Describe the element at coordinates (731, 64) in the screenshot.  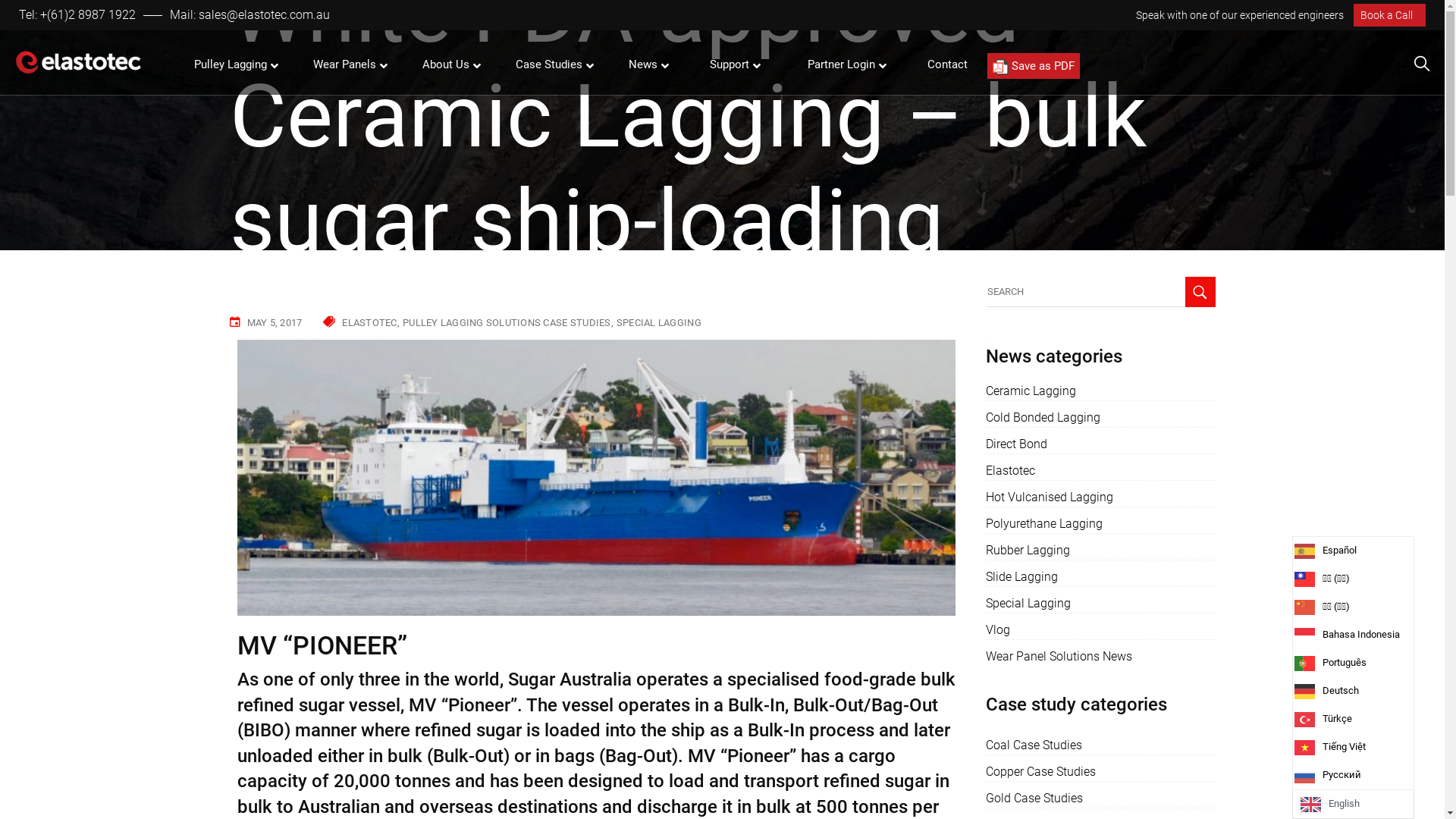
I see `'Support'` at that location.